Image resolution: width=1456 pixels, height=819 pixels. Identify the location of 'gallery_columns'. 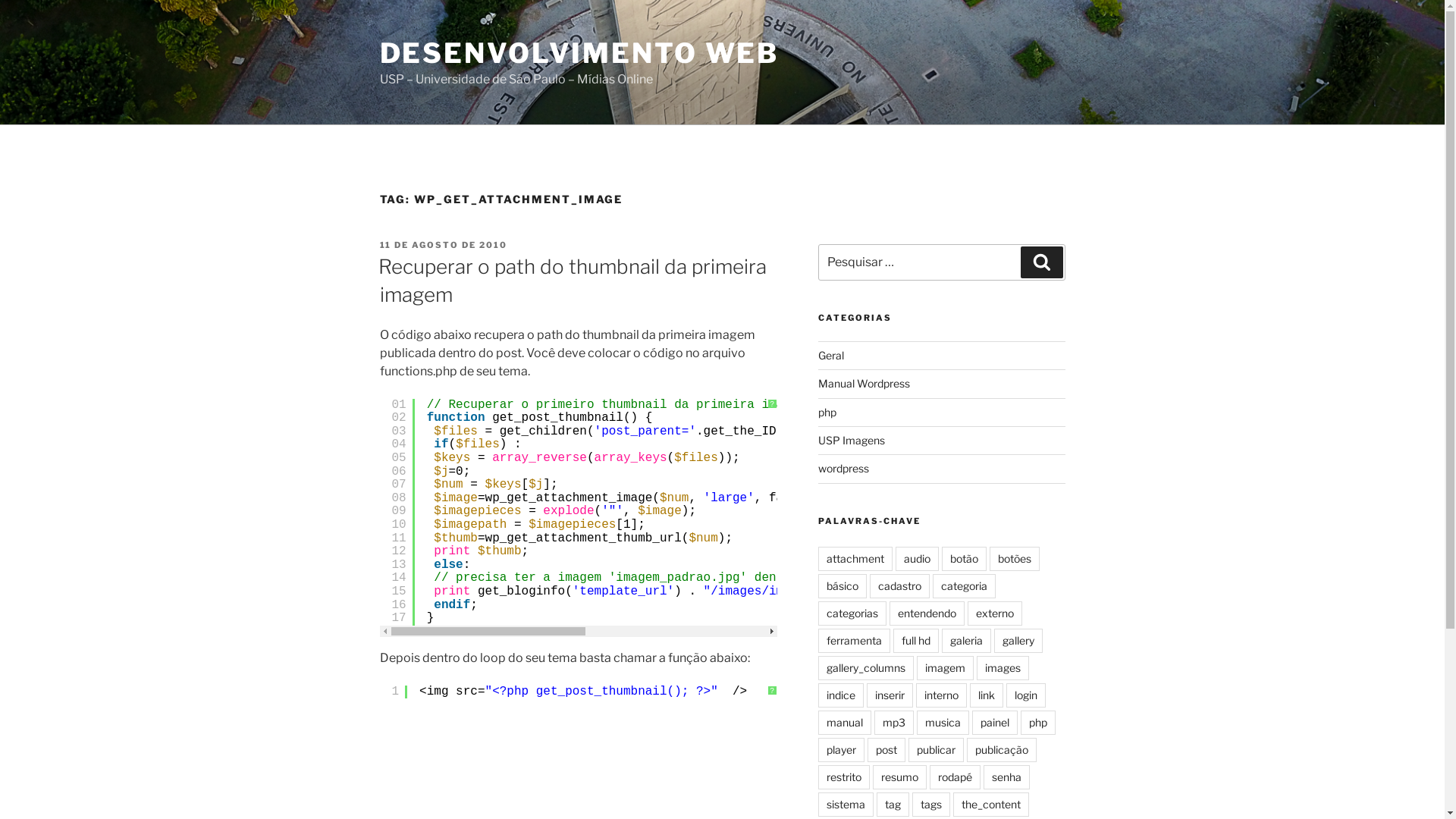
(866, 667).